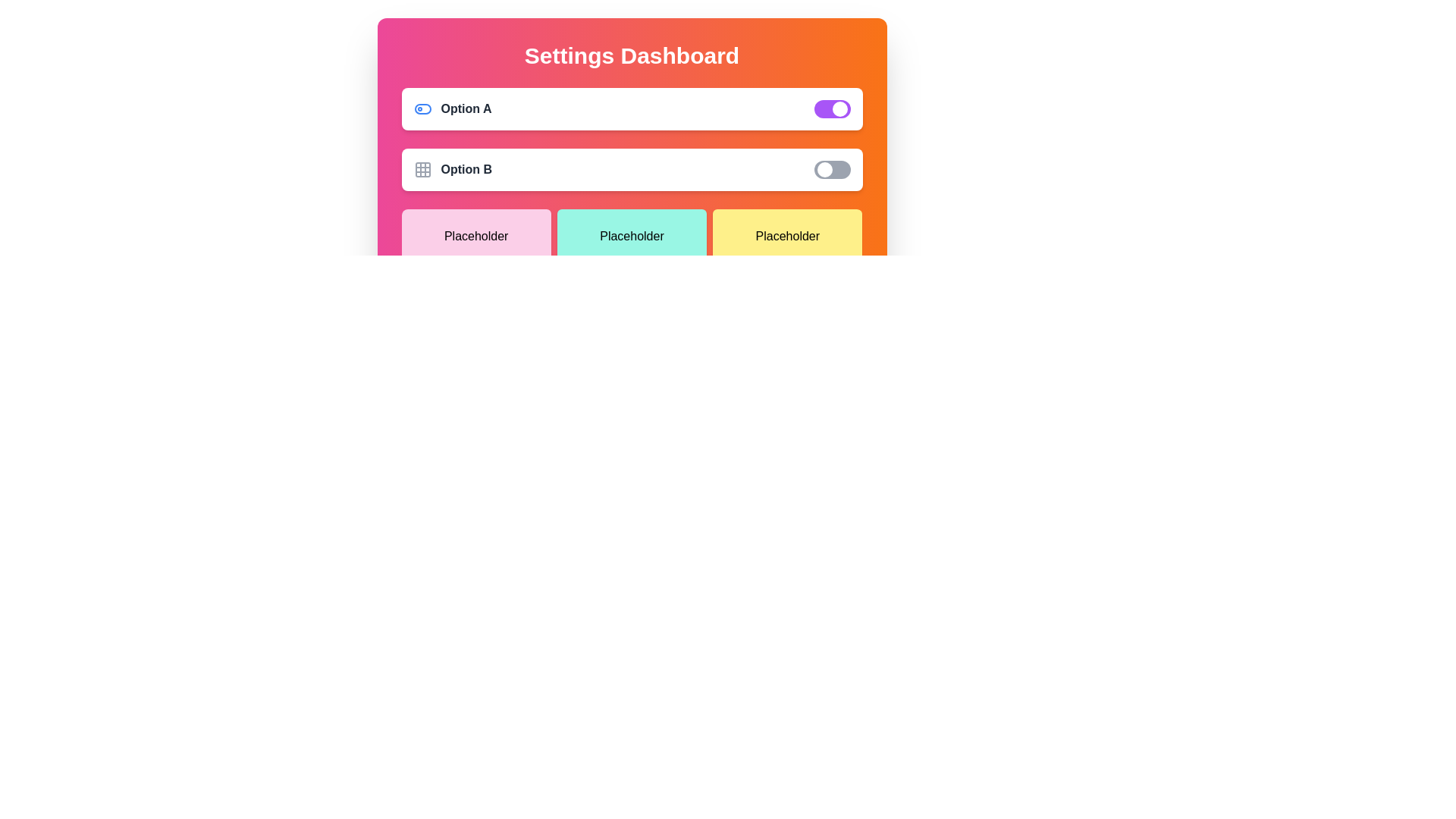  What do you see at coordinates (632, 237) in the screenshot?
I see `the middle card in the settings dashboard interface, which is a non-interactive placeholder among three horizontally aligned cards` at bounding box center [632, 237].